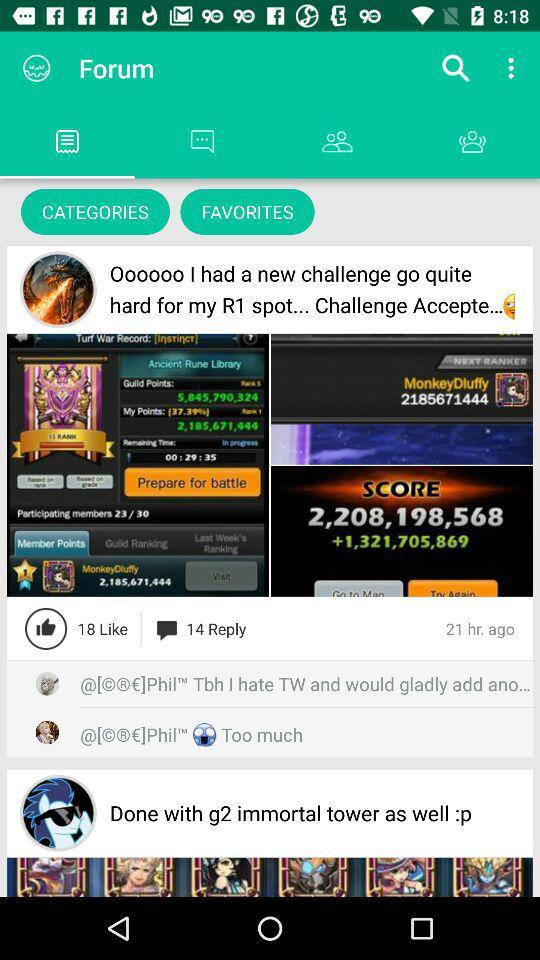 The image size is (540, 960). Describe the element at coordinates (94, 211) in the screenshot. I see `the item to the left of the favorites` at that location.